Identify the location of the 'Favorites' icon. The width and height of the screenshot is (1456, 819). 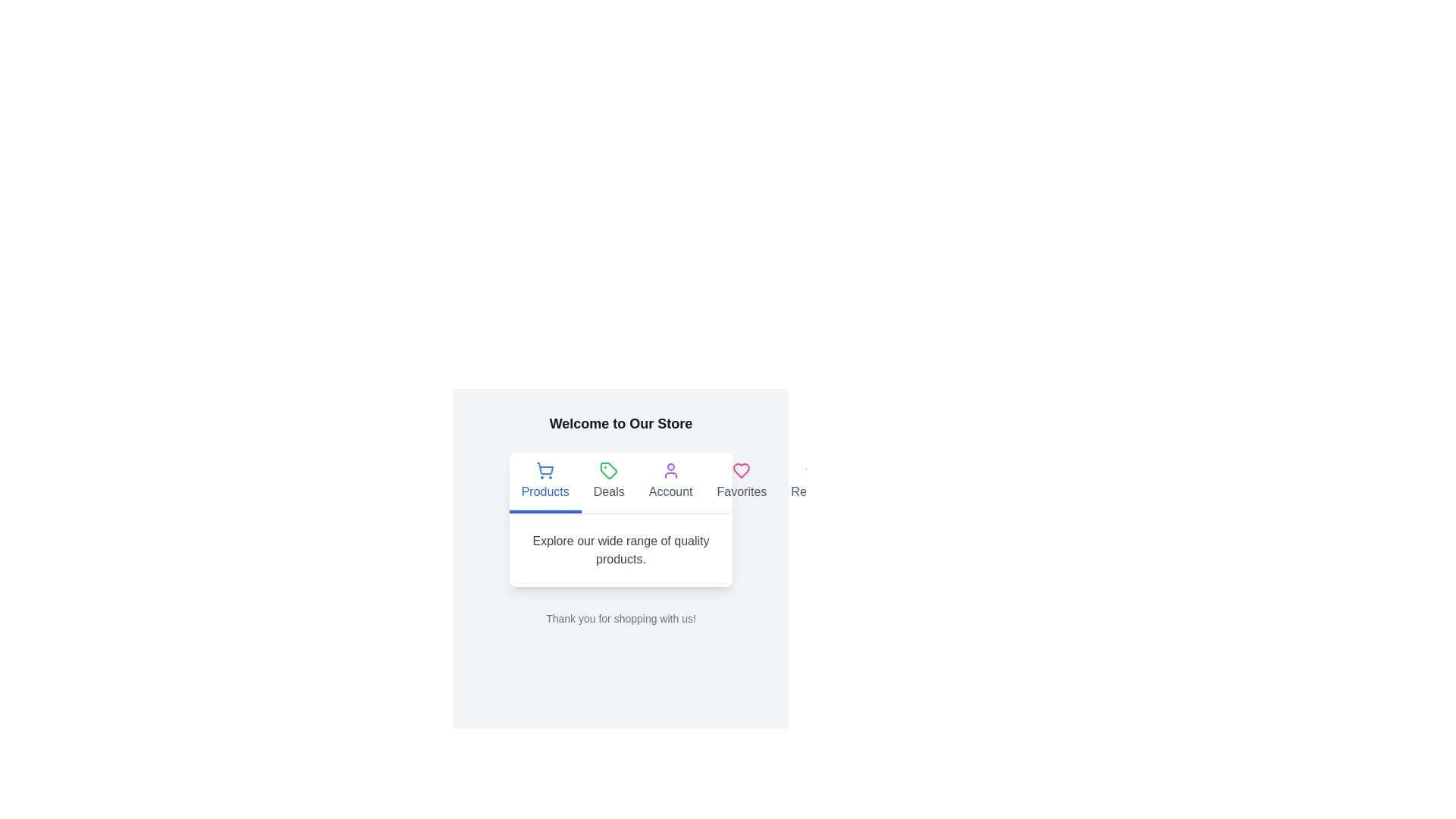
(742, 470).